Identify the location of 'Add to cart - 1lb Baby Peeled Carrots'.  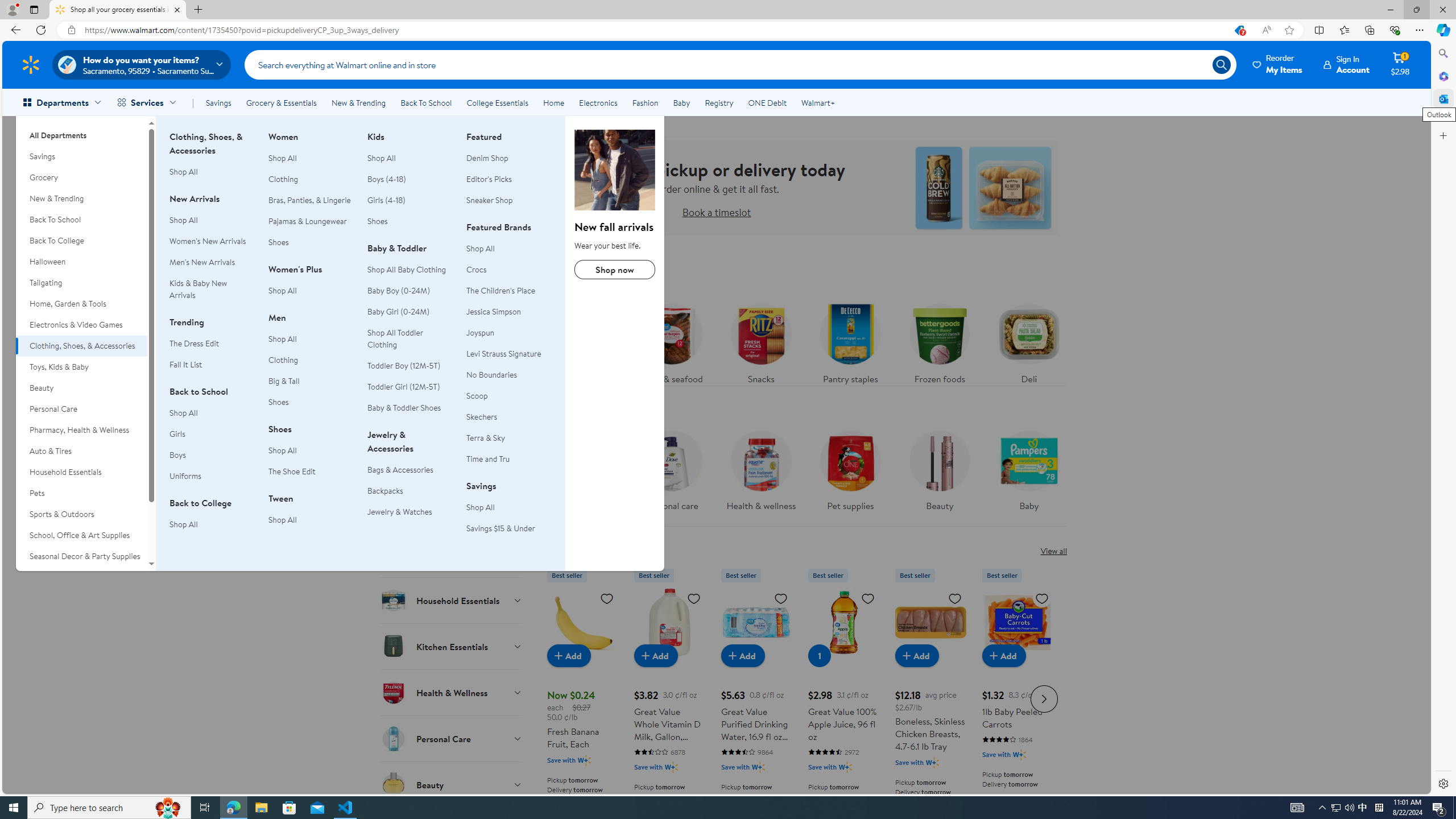
(1004, 655).